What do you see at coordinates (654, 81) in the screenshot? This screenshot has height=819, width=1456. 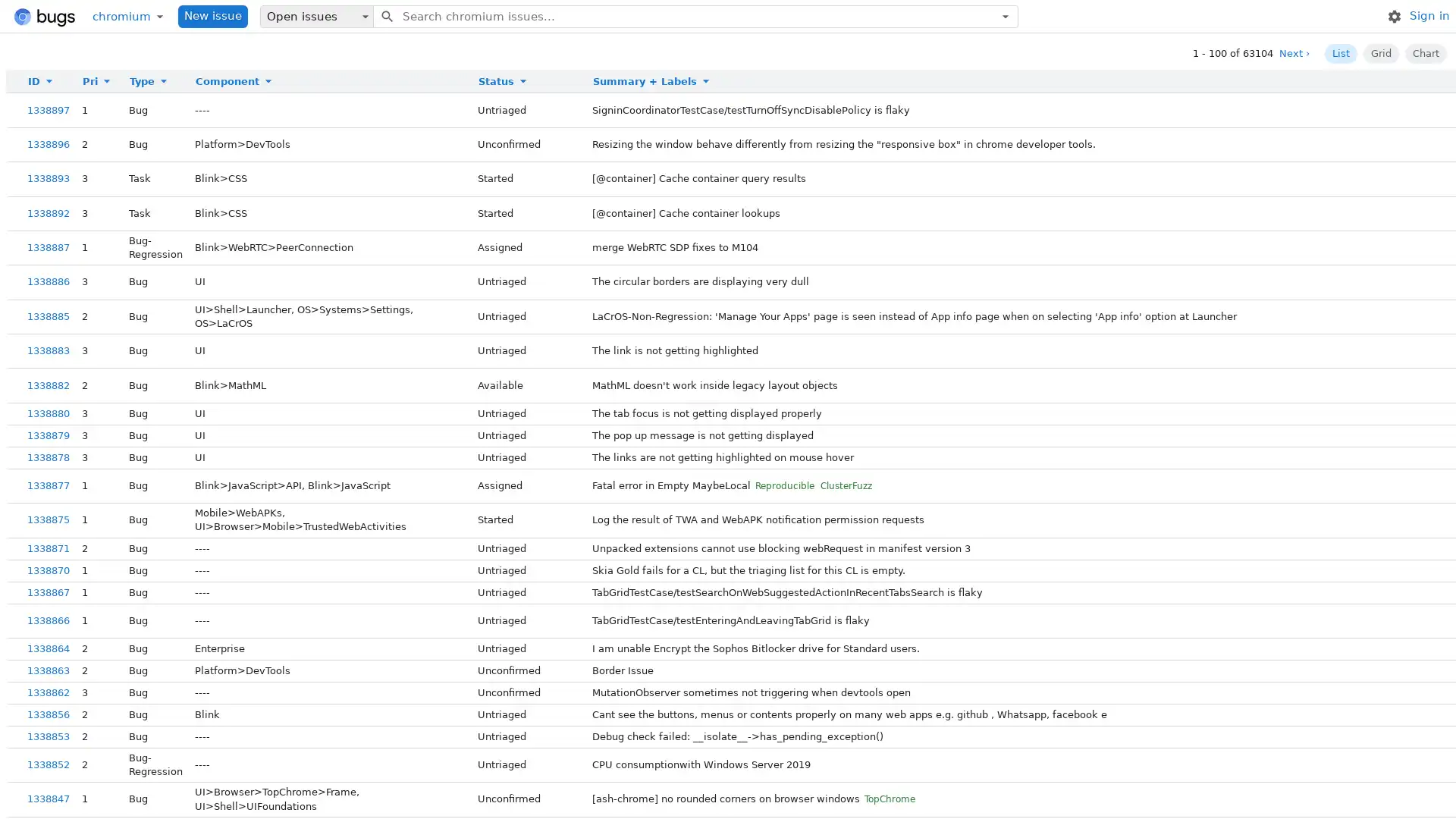 I see `Summary + Labels` at bounding box center [654, 81].